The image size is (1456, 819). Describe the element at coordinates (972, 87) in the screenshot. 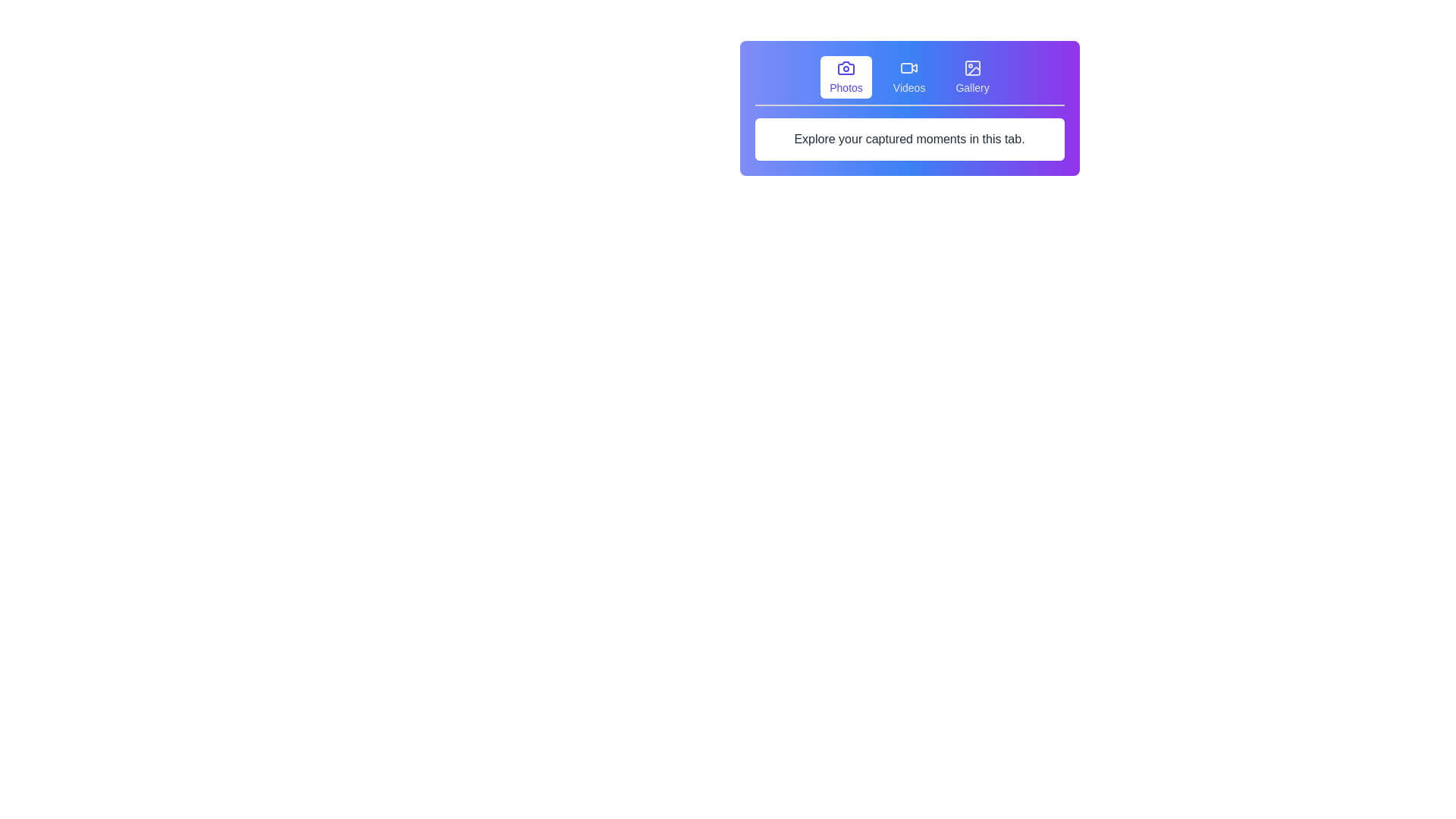

I see `text label displayed as 'Gallery' located under the Gallery icon in the top right navigational bar` at that location.